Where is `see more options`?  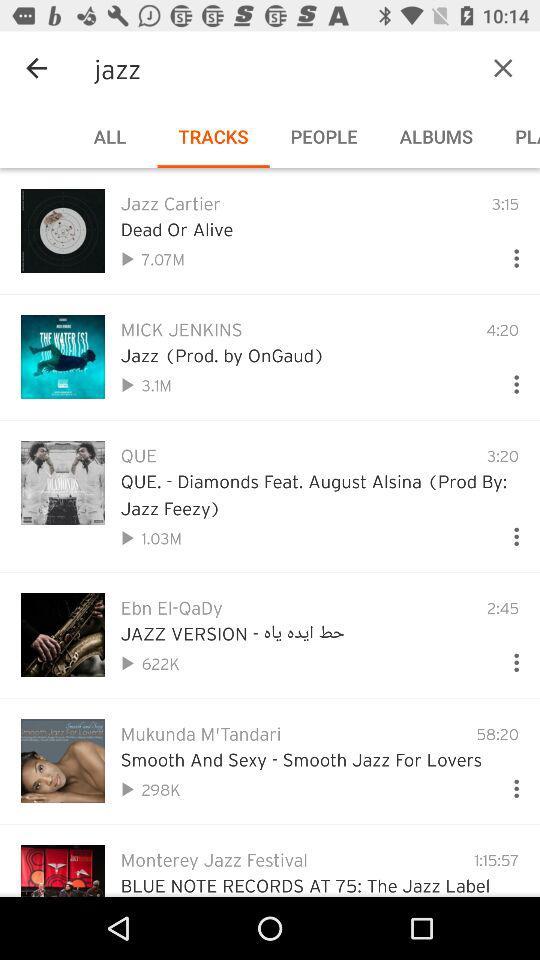 see more options is located at coordinates (508, 379).